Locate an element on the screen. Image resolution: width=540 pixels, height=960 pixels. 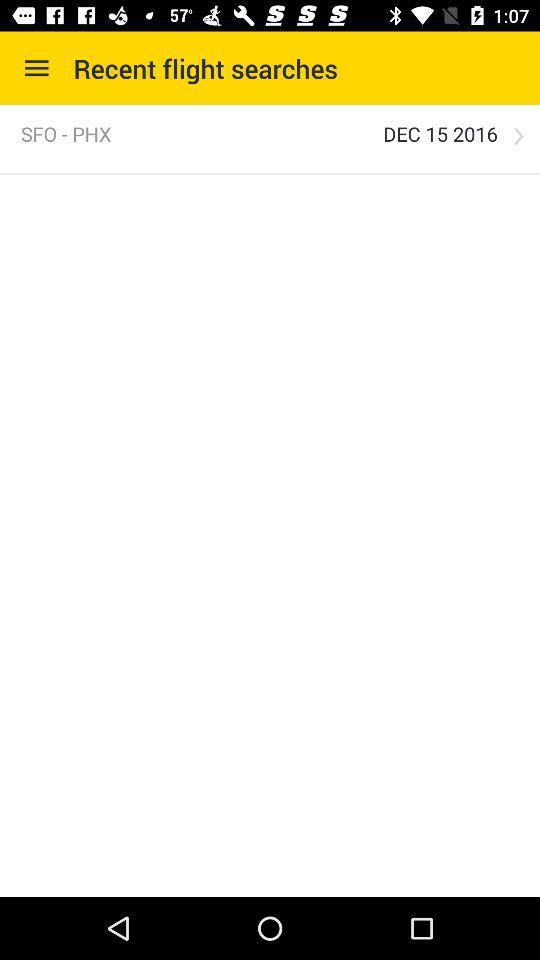
item next to dec 15 2016 is located at coordinates (66, 133).